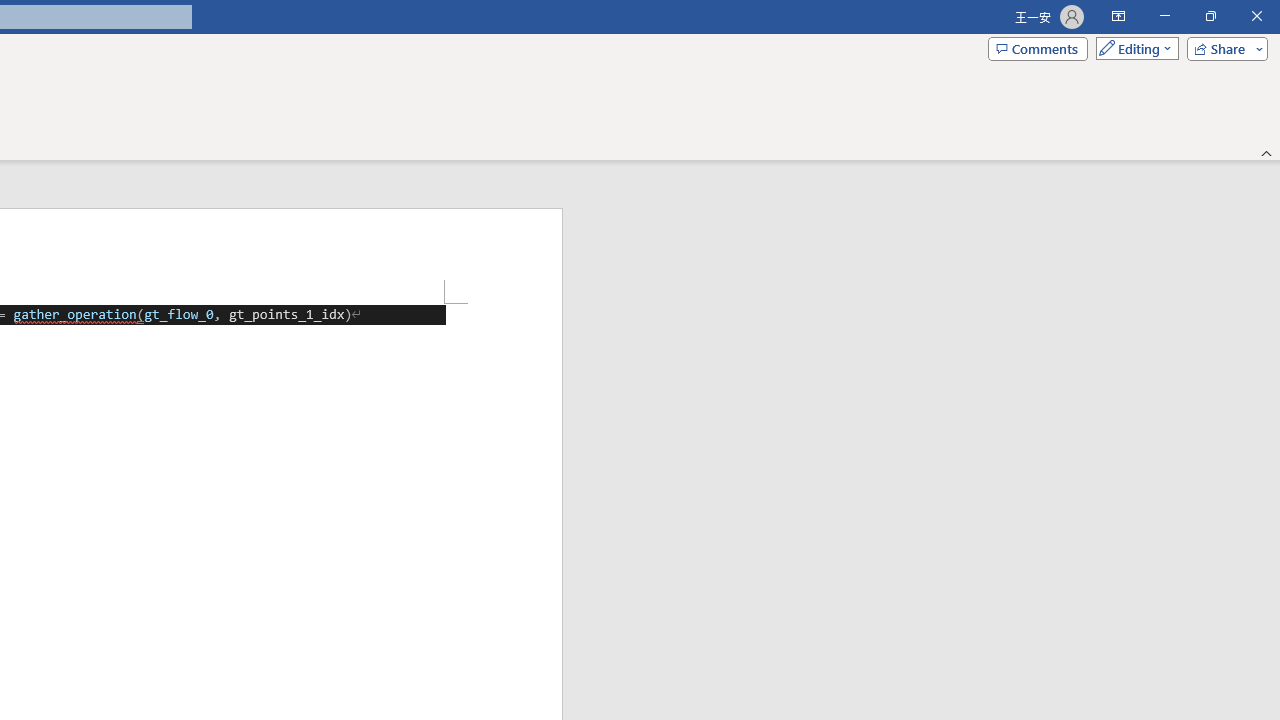 This screenshot has height=720, width=1280. Describe the element at coordinates (1266, 152) in the screenshot. I see `'Collapse the Ribbon'` at that location.